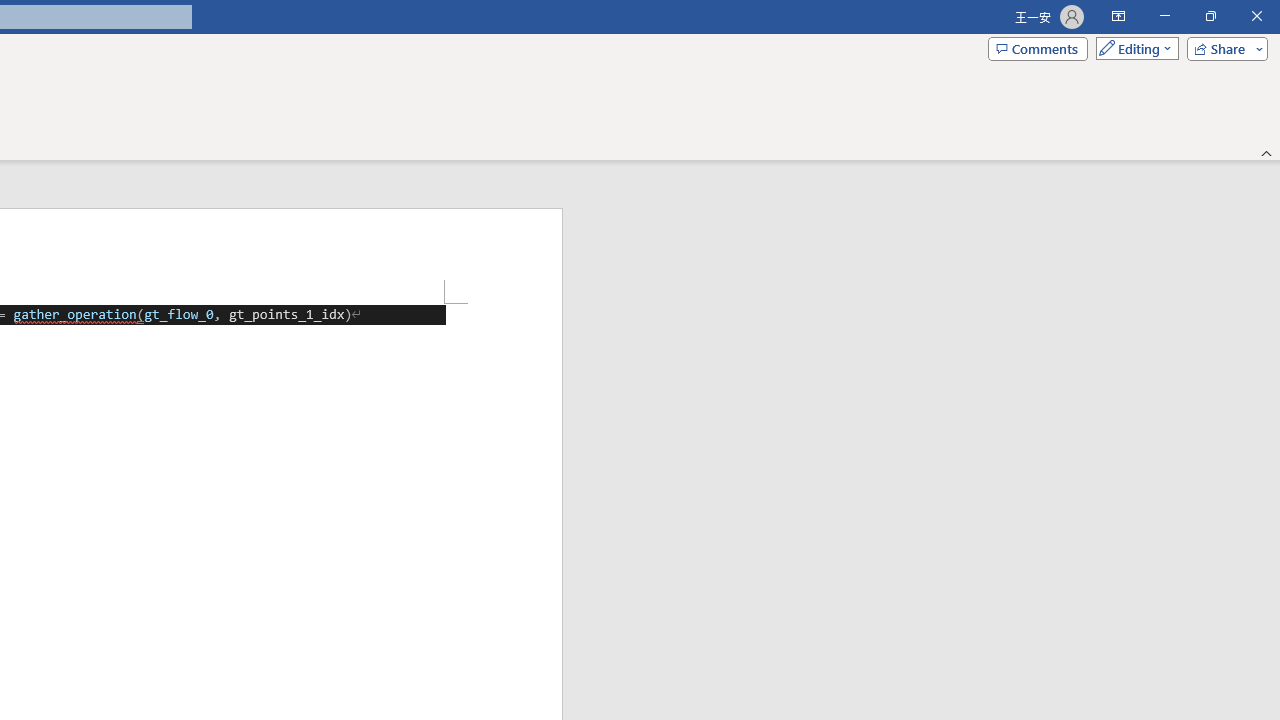 This screenshot has height=720, width=1280. Describe the element at coordinates (1266, 152) in the screenshot. I see `'Collapse the Ribbon'` at that location.